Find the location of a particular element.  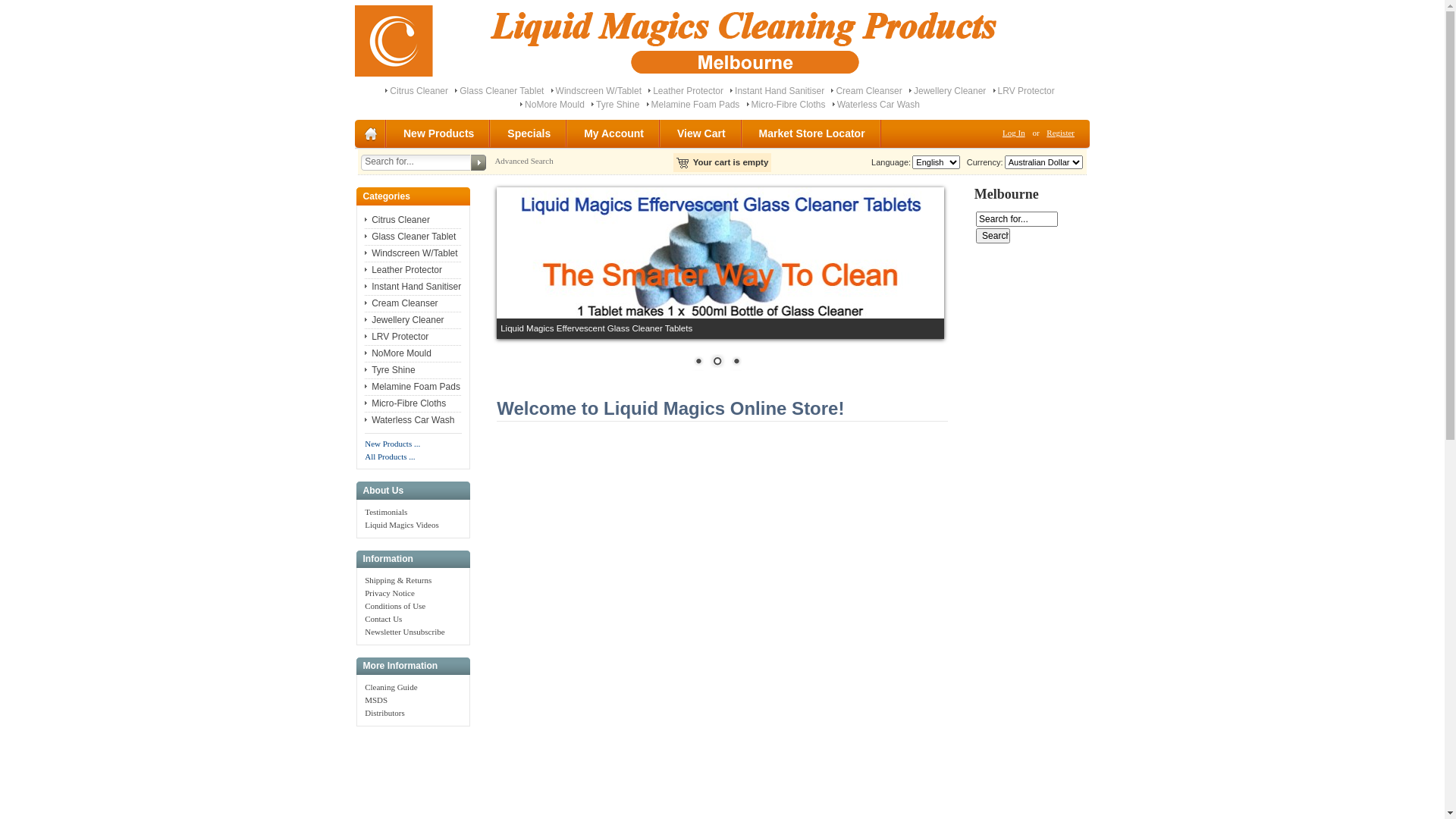

'Specials' is located at coordinates (529, 133).